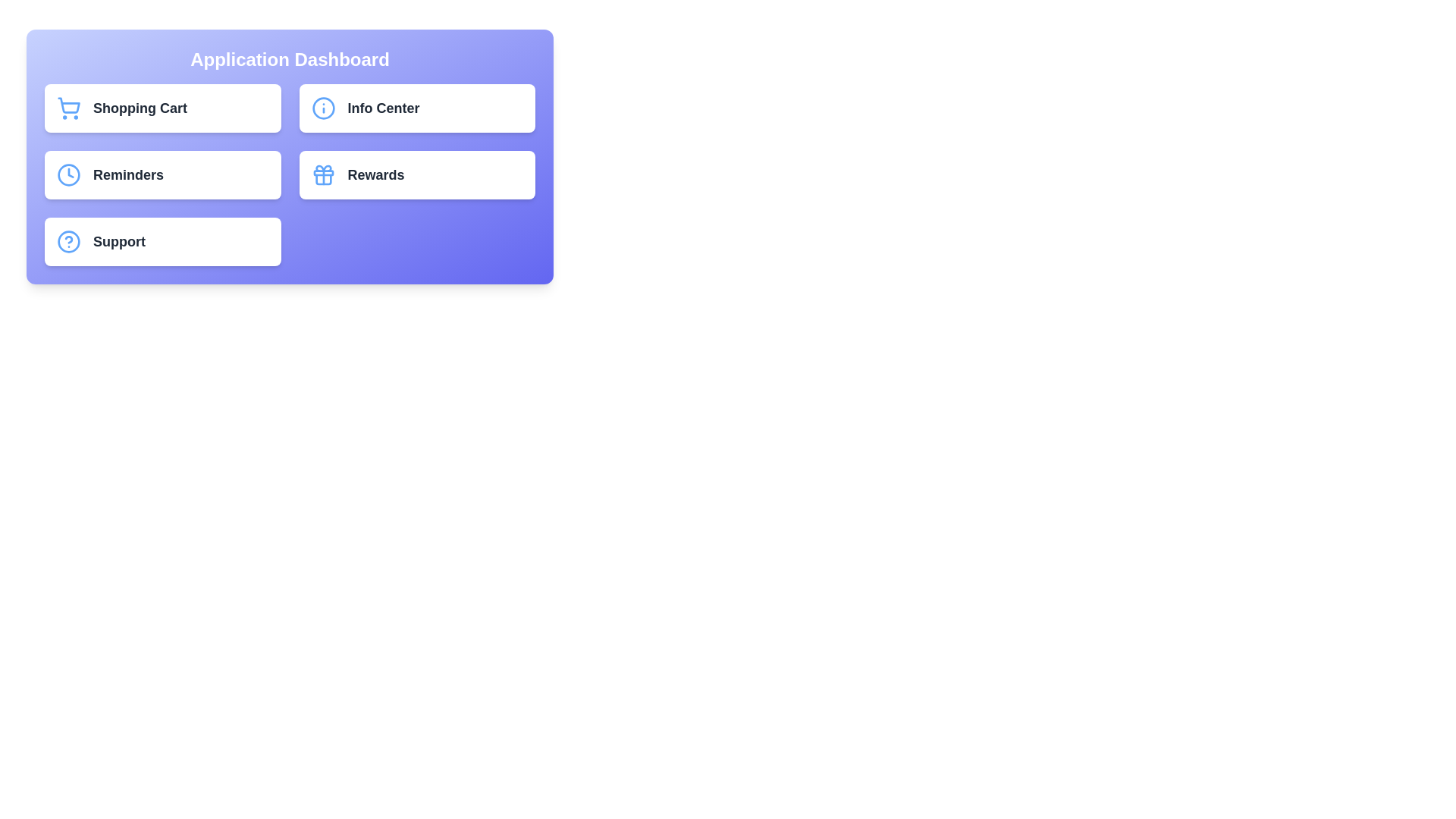 This screenshot has height=819, width=1456. I want to click on the functionality of the blue shopping cart icon located adjacent to the 'Shopping Cart' text on the dashboard layout, so click(68, 107).